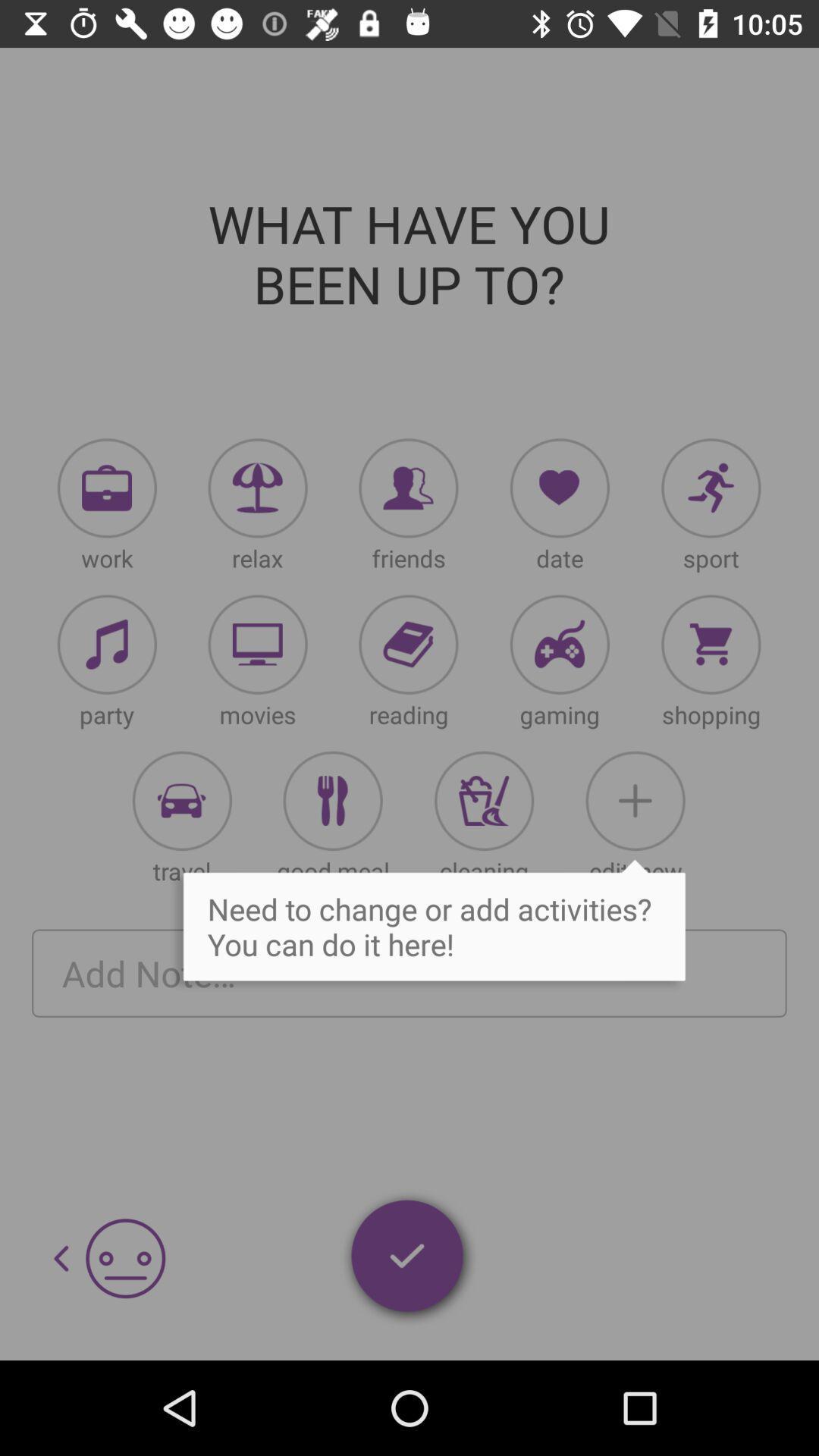 This screenshot has height=1456, width=819. What do you see at coordinates (484, 800) in the screenshot?
I see `beverage icon` at bounding box center [484, 800].